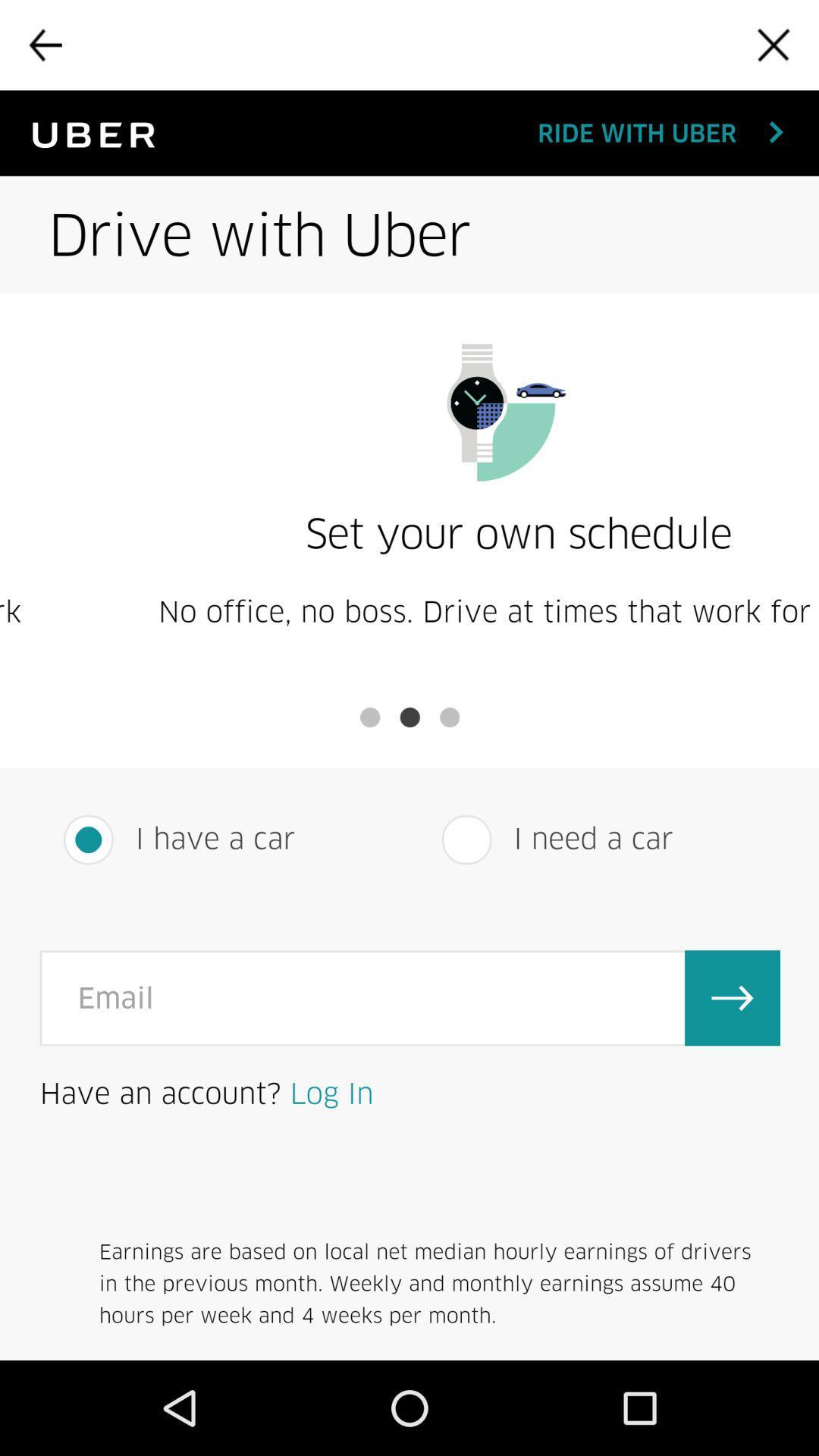  Describe the element at coordinates (44, 45) in the screenshot. I see `back button` at that location.